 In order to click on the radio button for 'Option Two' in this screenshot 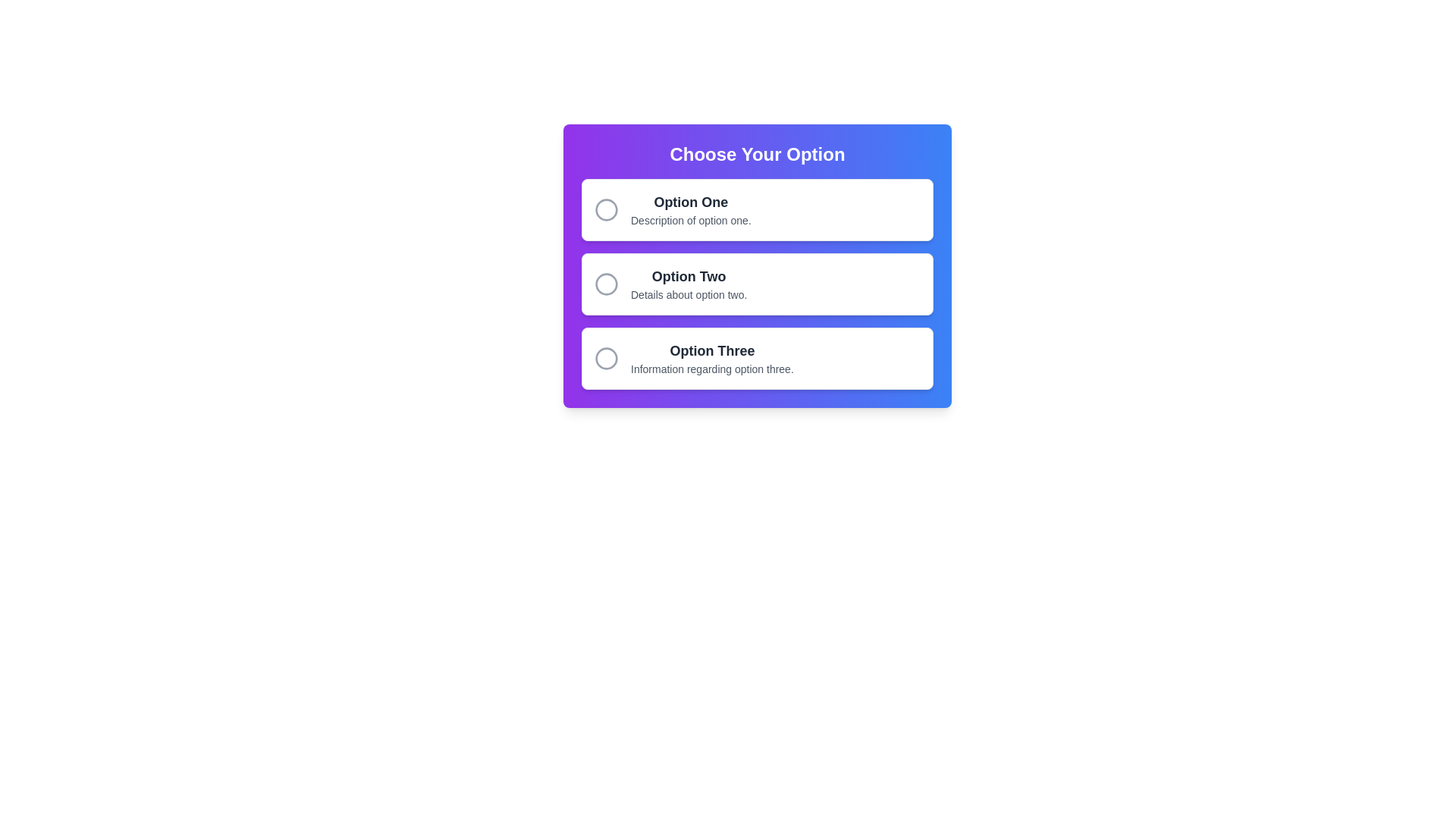, I will do `click(607, 284)`.